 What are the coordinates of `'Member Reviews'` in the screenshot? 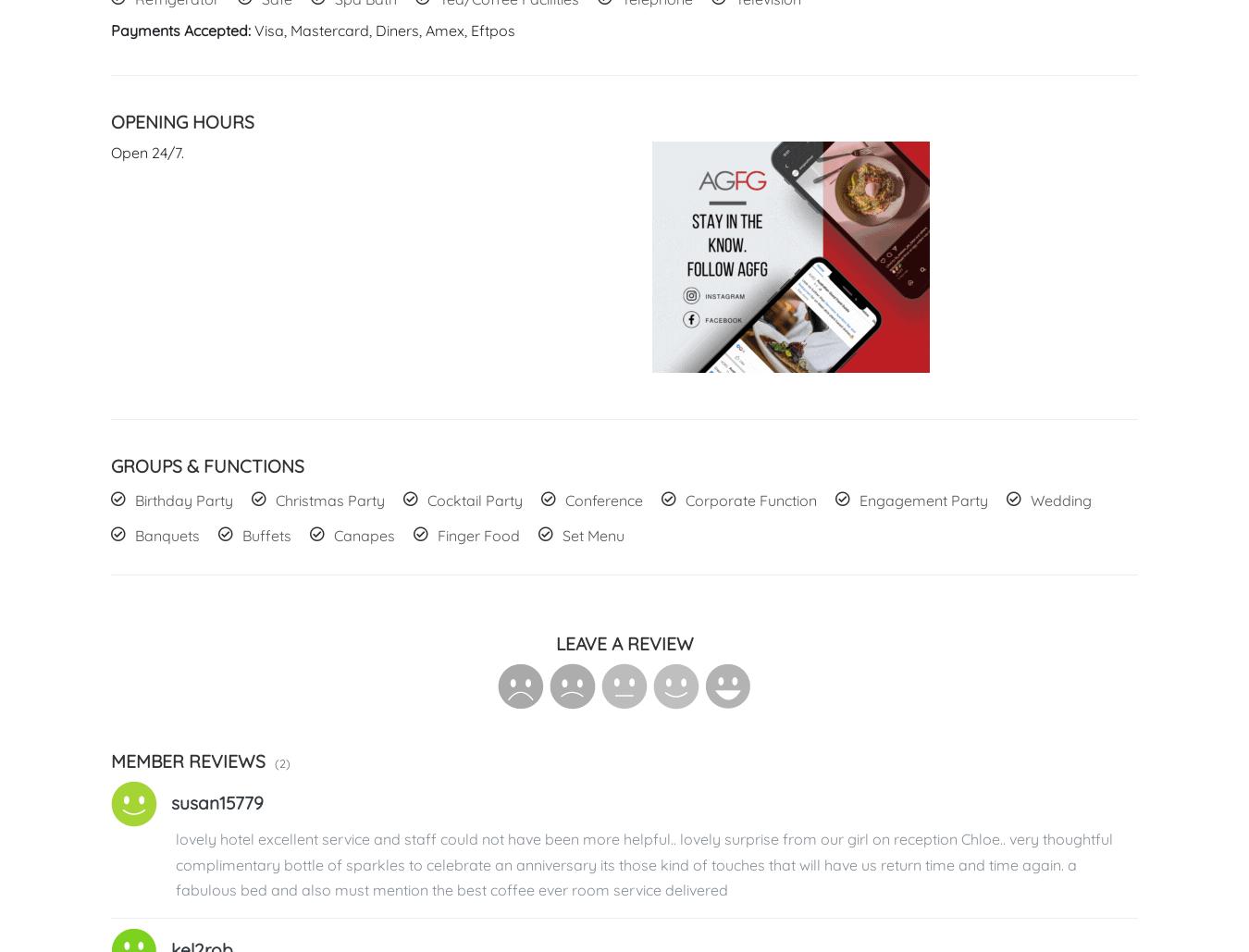 It's located at (191, 760).